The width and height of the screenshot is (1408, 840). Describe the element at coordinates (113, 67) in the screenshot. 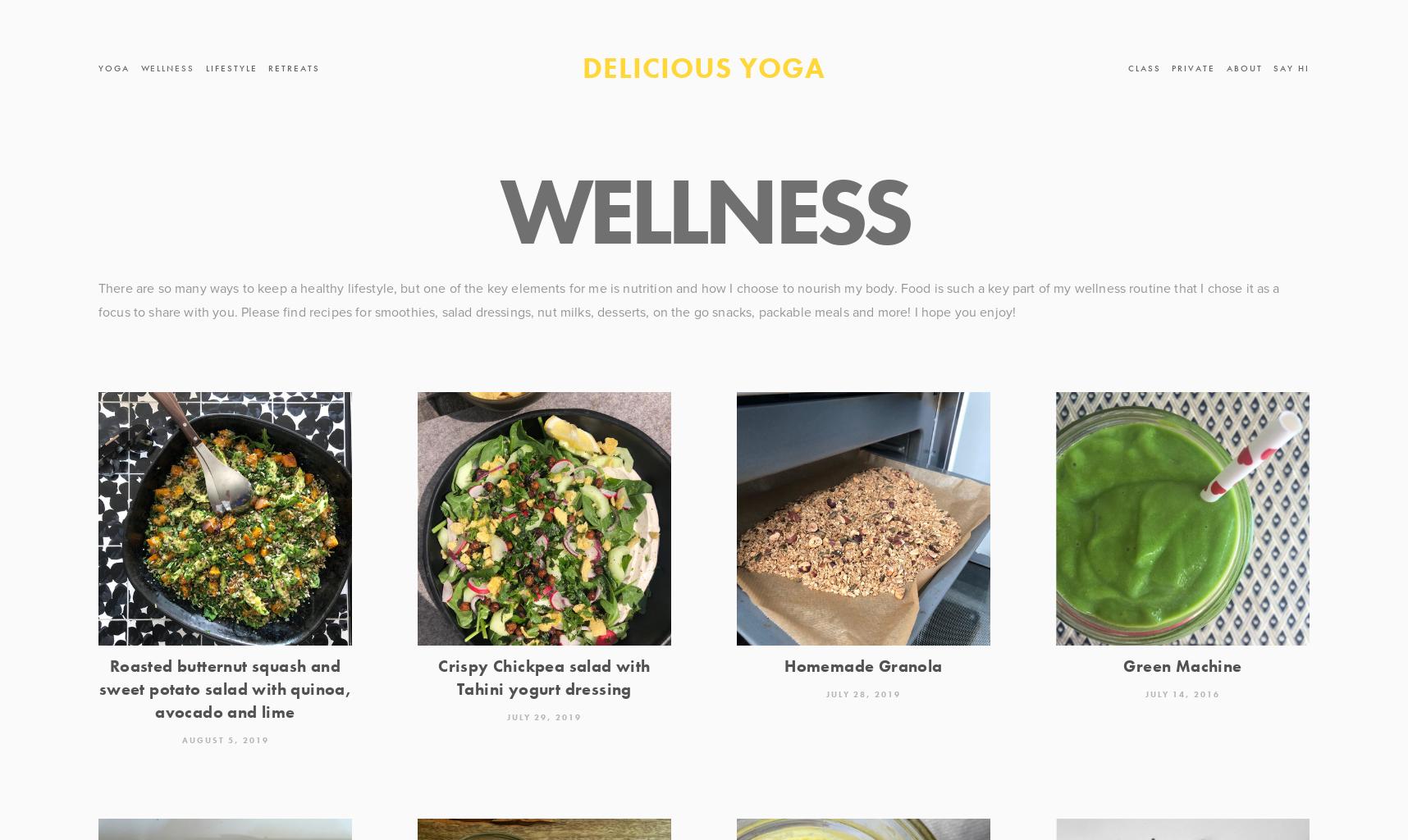

I see `'YOGA'` at that location.